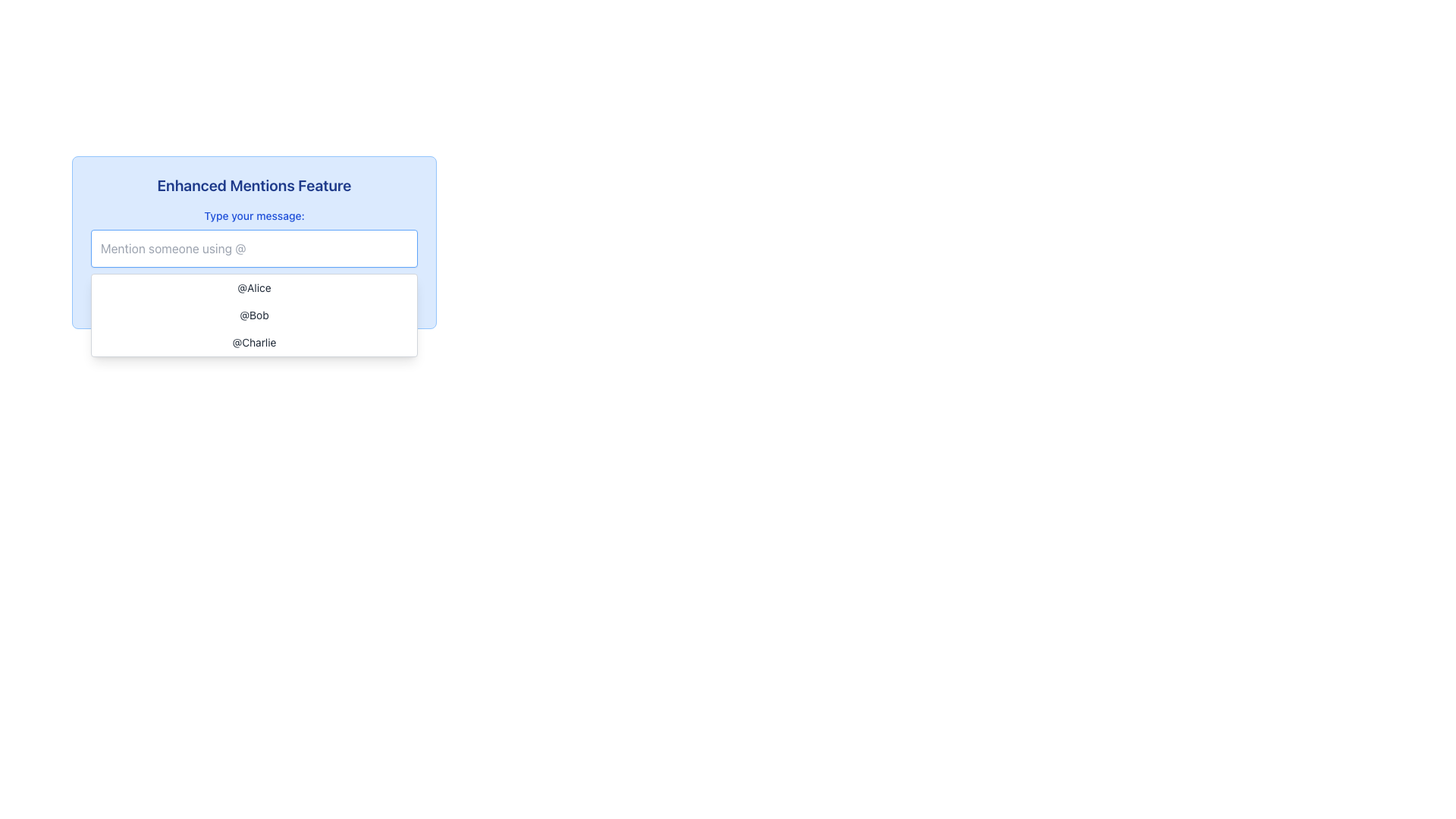 This screenshot has width=1456, height=819. What do you see at coordinates (254, 315) in the screenshot?
I see `to select the suggestion '@Bob' from the dropdown suggestion list displayed below the input field labeled 'Mention someone using @'` at bounding box center [254, 315].